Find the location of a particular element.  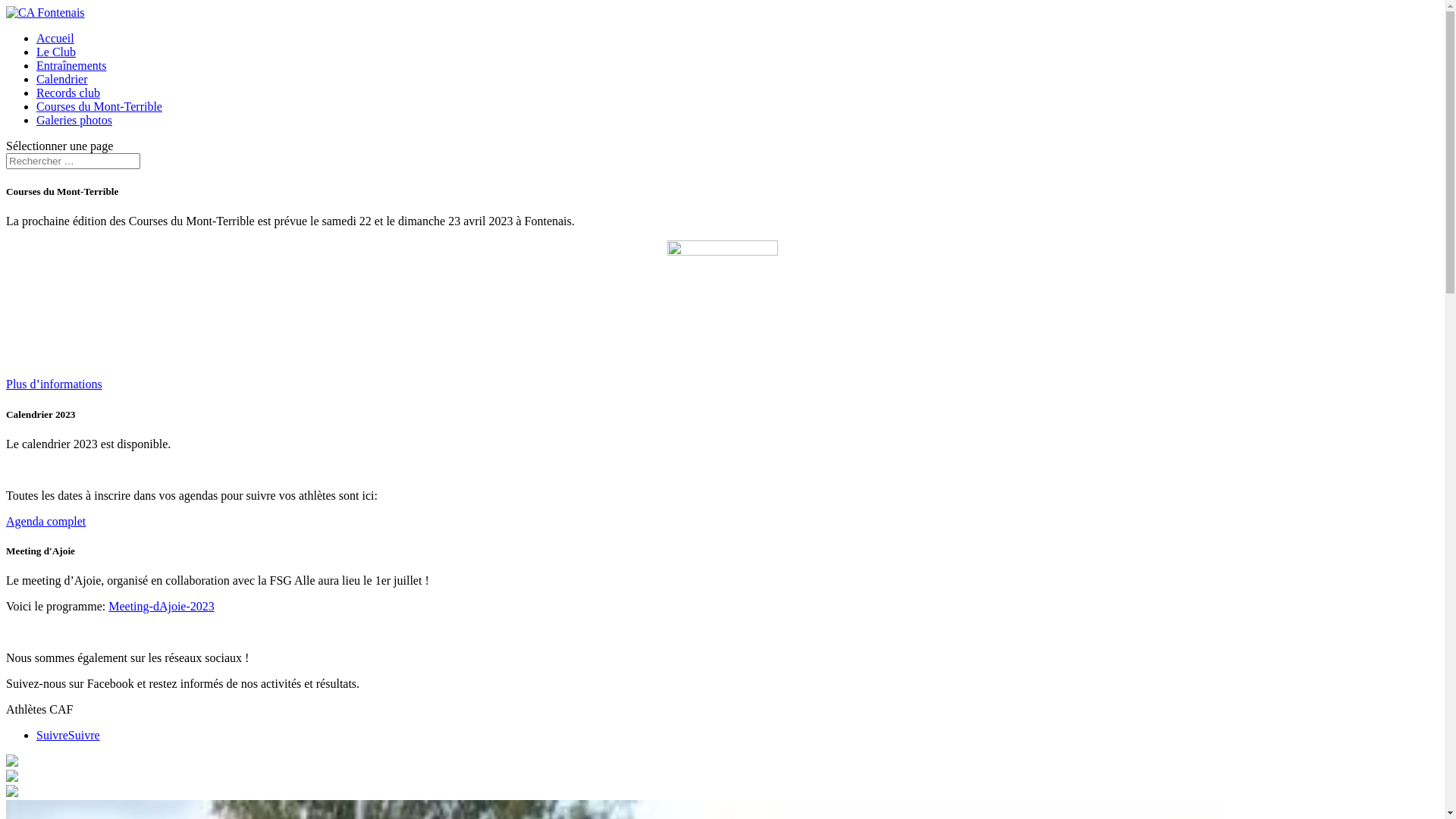

'Suivre' is located at coordinates (83, 734).